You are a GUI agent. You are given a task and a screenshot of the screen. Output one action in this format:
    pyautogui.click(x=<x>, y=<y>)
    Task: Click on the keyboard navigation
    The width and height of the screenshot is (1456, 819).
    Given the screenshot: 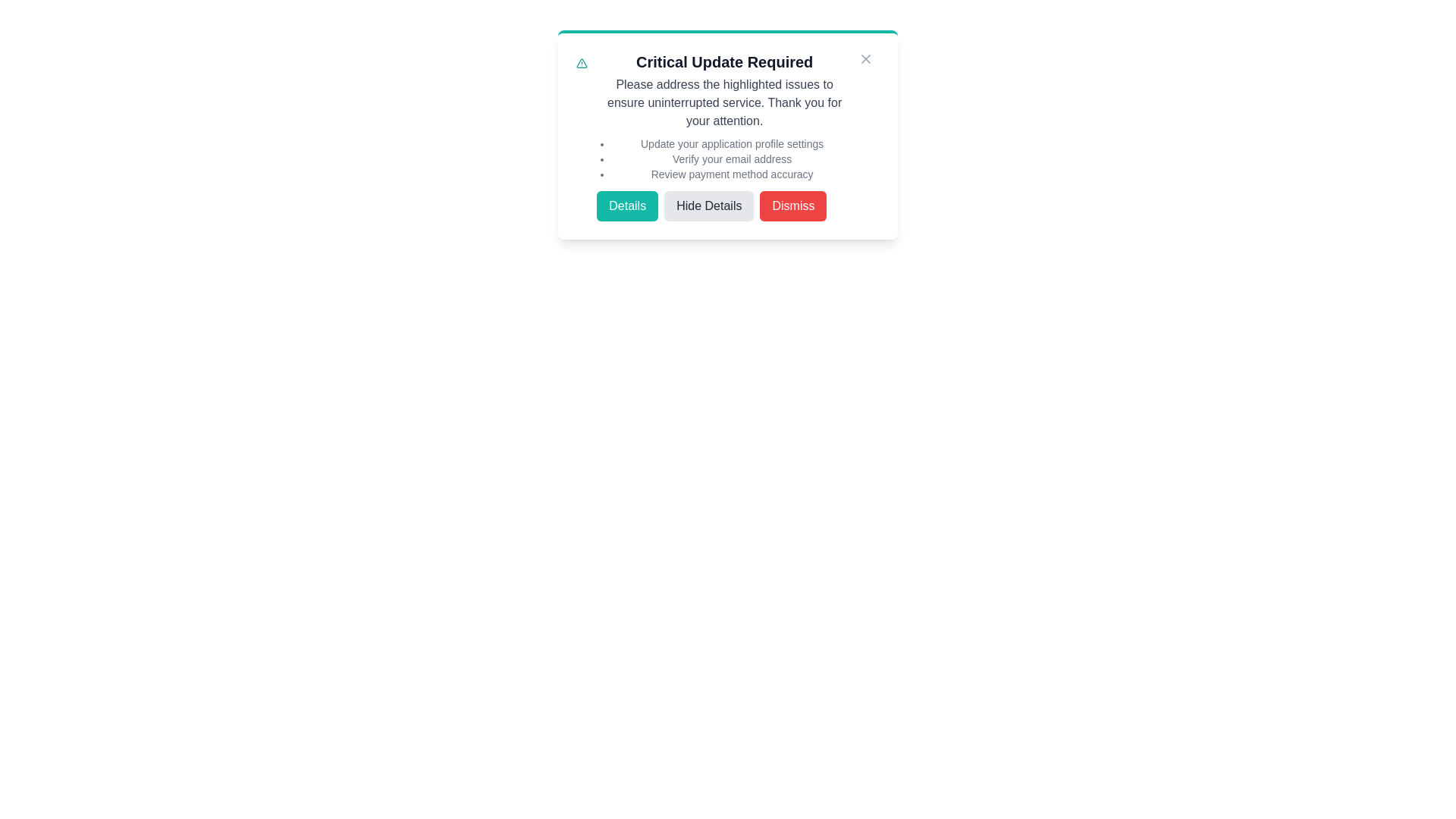 What is the action you would take?
    pyautogui.click(x=708, y=206)
    